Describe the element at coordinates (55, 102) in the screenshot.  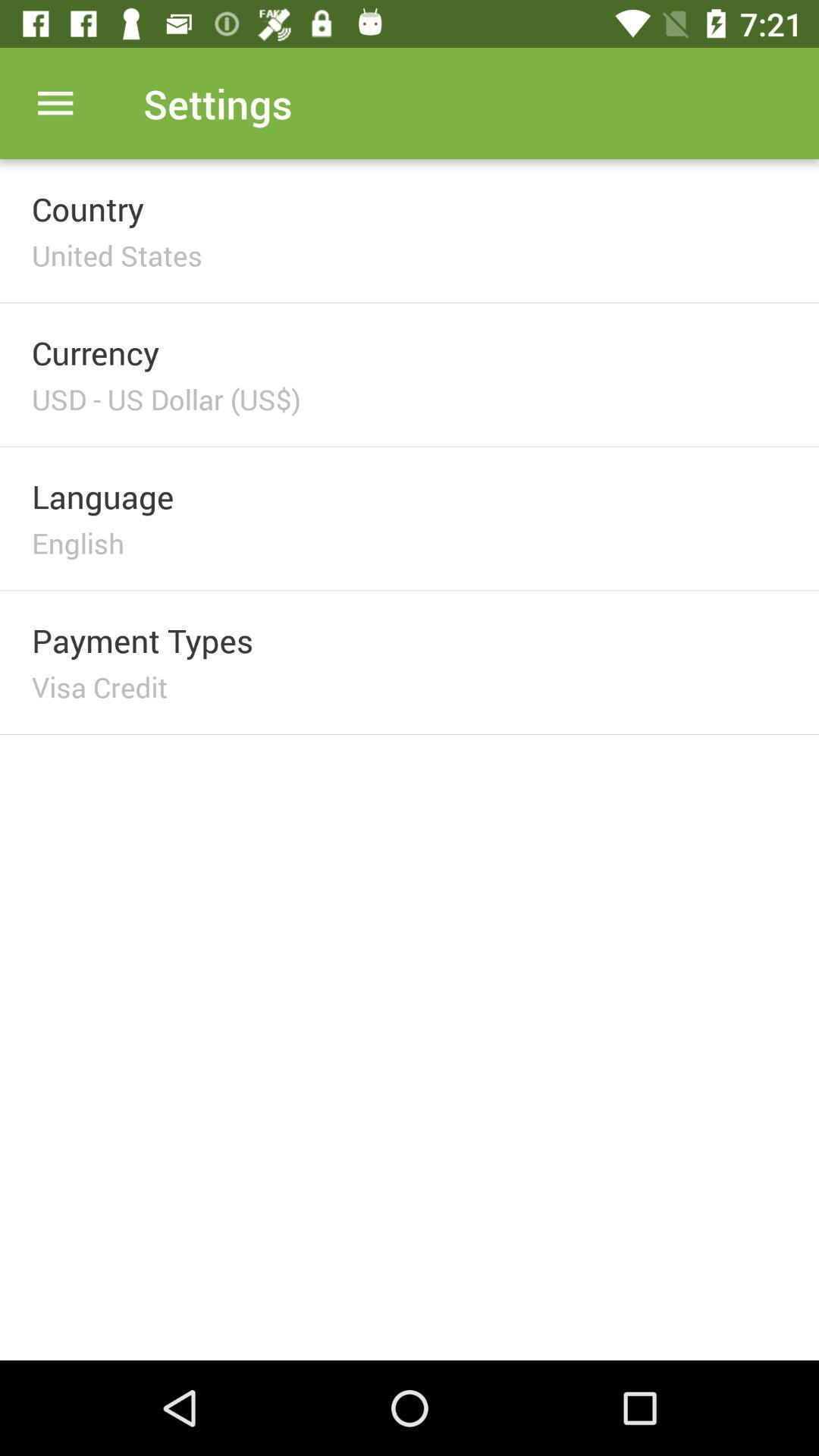
I see `click for more option` at that location.